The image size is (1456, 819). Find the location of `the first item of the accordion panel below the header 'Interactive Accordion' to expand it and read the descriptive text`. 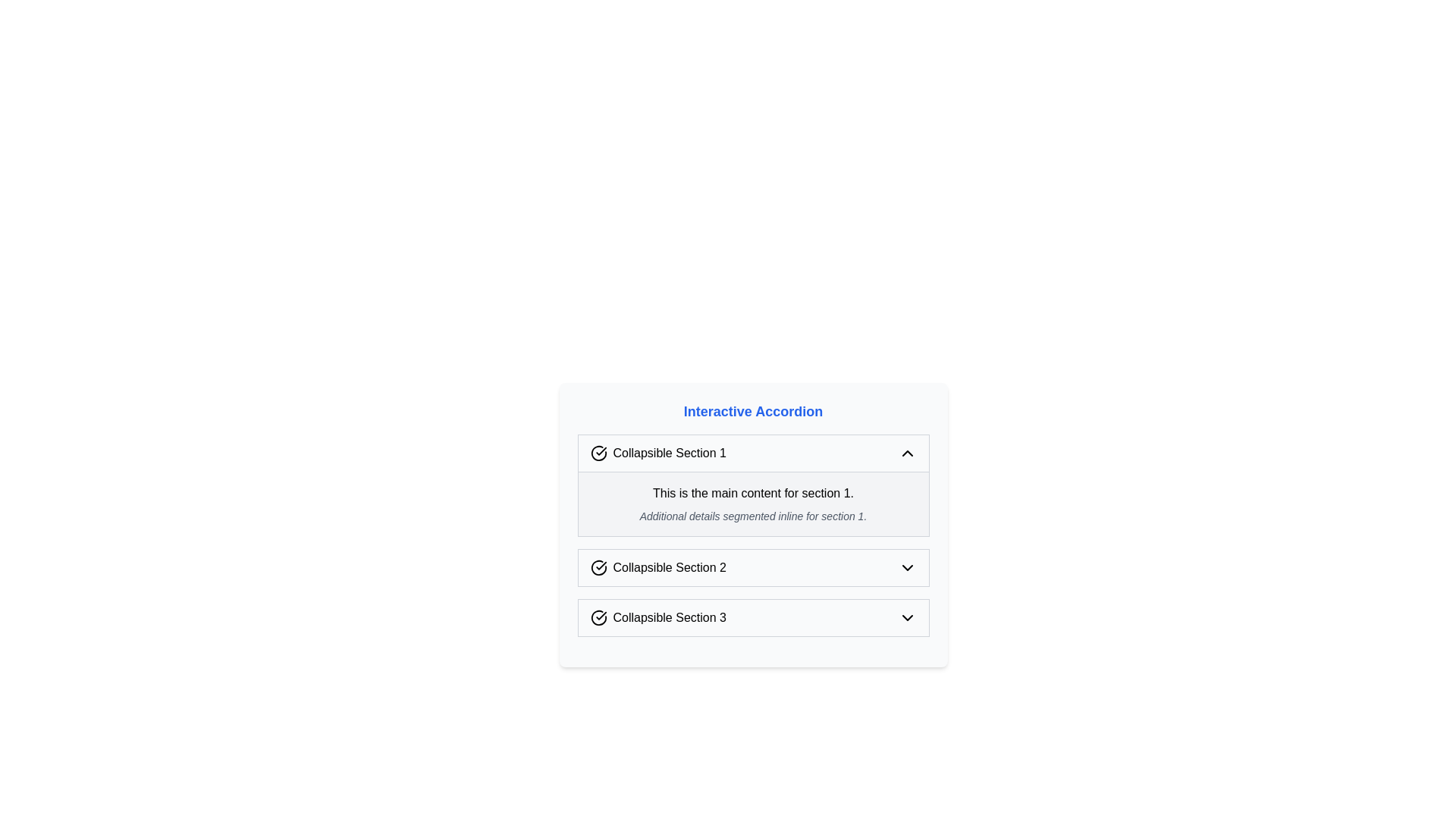

the first item of the accordion panel below the header 'Interactive Accordion' to expand it and read the descriptive text is located at coordinates (753, 485).